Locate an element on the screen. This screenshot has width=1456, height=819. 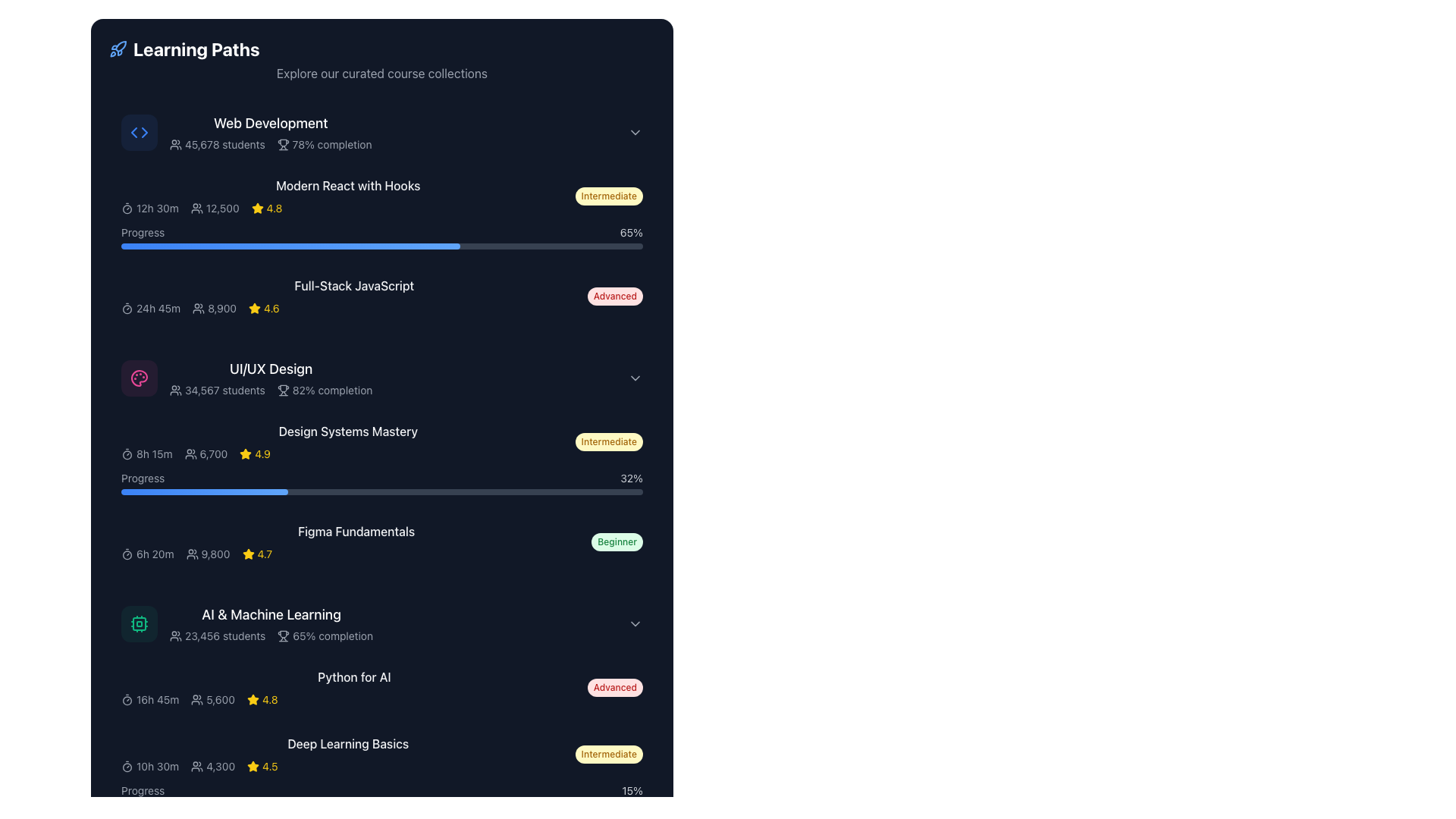
the small right-facing gray chevron icon that rotates upon interaction, located at the top-right corner of the 'Web Development' section header is located at coordinates (635, 131).